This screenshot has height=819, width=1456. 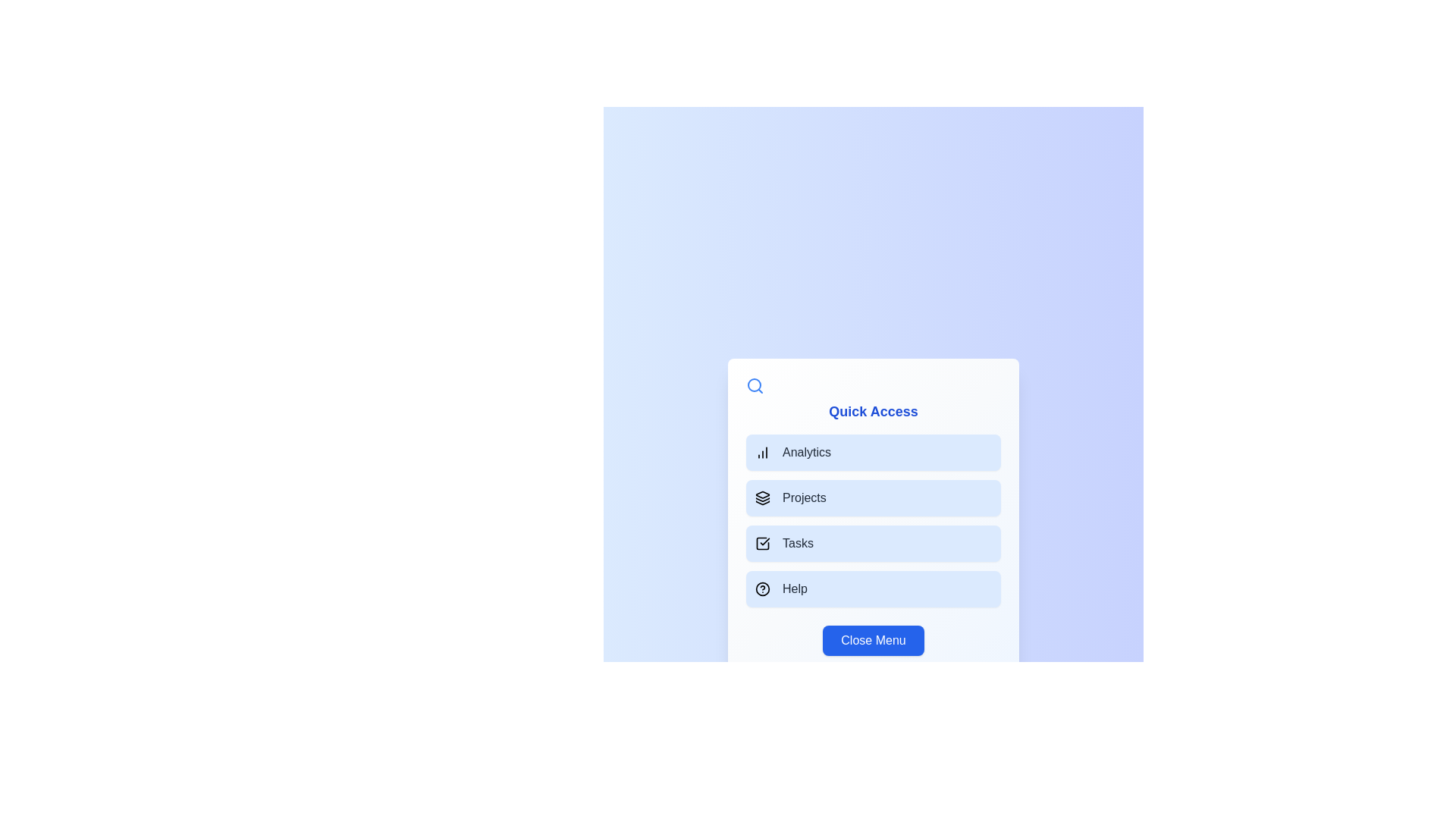 What do you see at coordinates (874, 452) in the screenshot?
I see `the menu option Analytics to navigate to its respective section` at bounding box center [874, 452].